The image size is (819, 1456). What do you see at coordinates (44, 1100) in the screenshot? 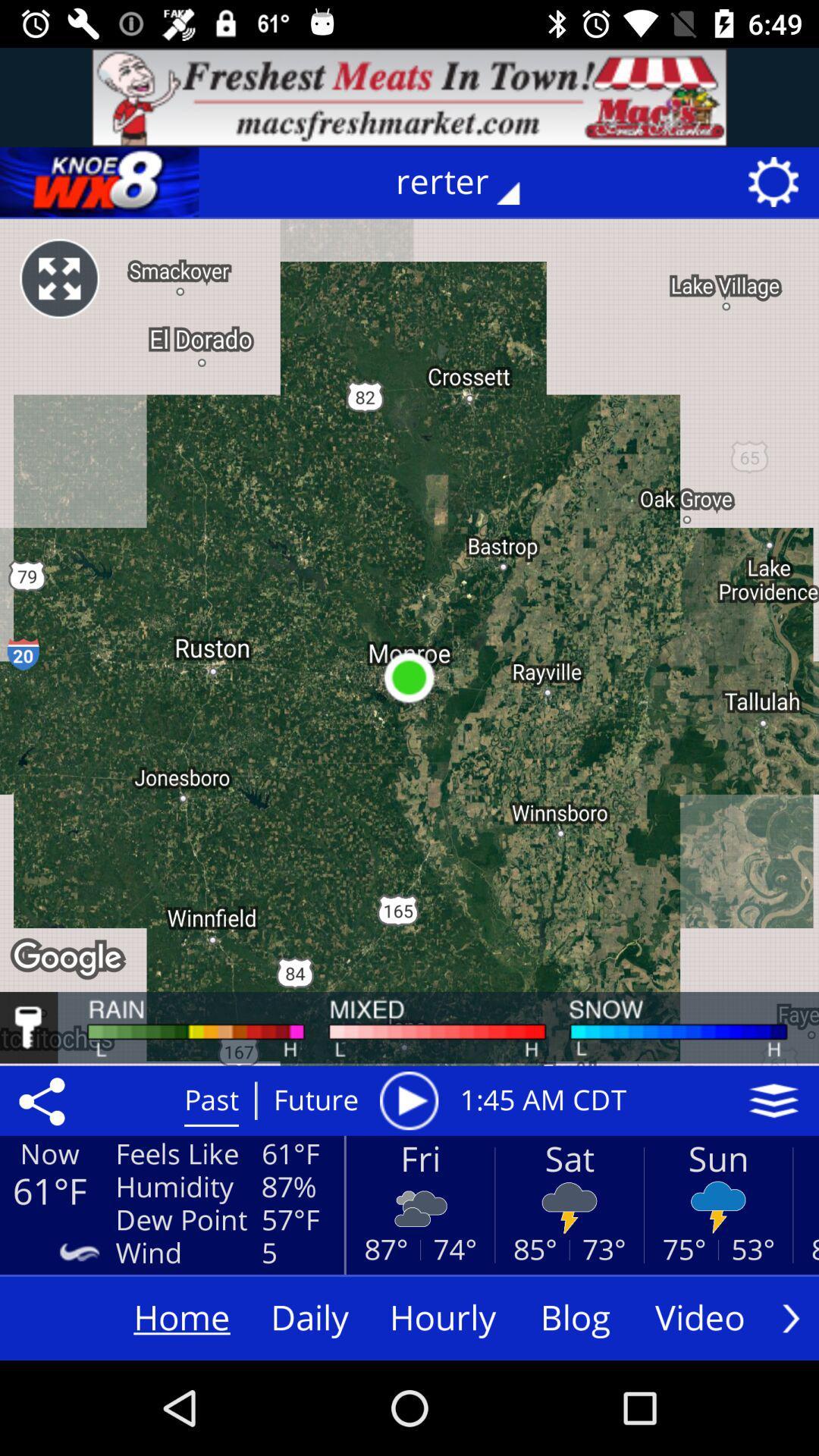
I see `the share icon` at bounding box center [44, 1100].